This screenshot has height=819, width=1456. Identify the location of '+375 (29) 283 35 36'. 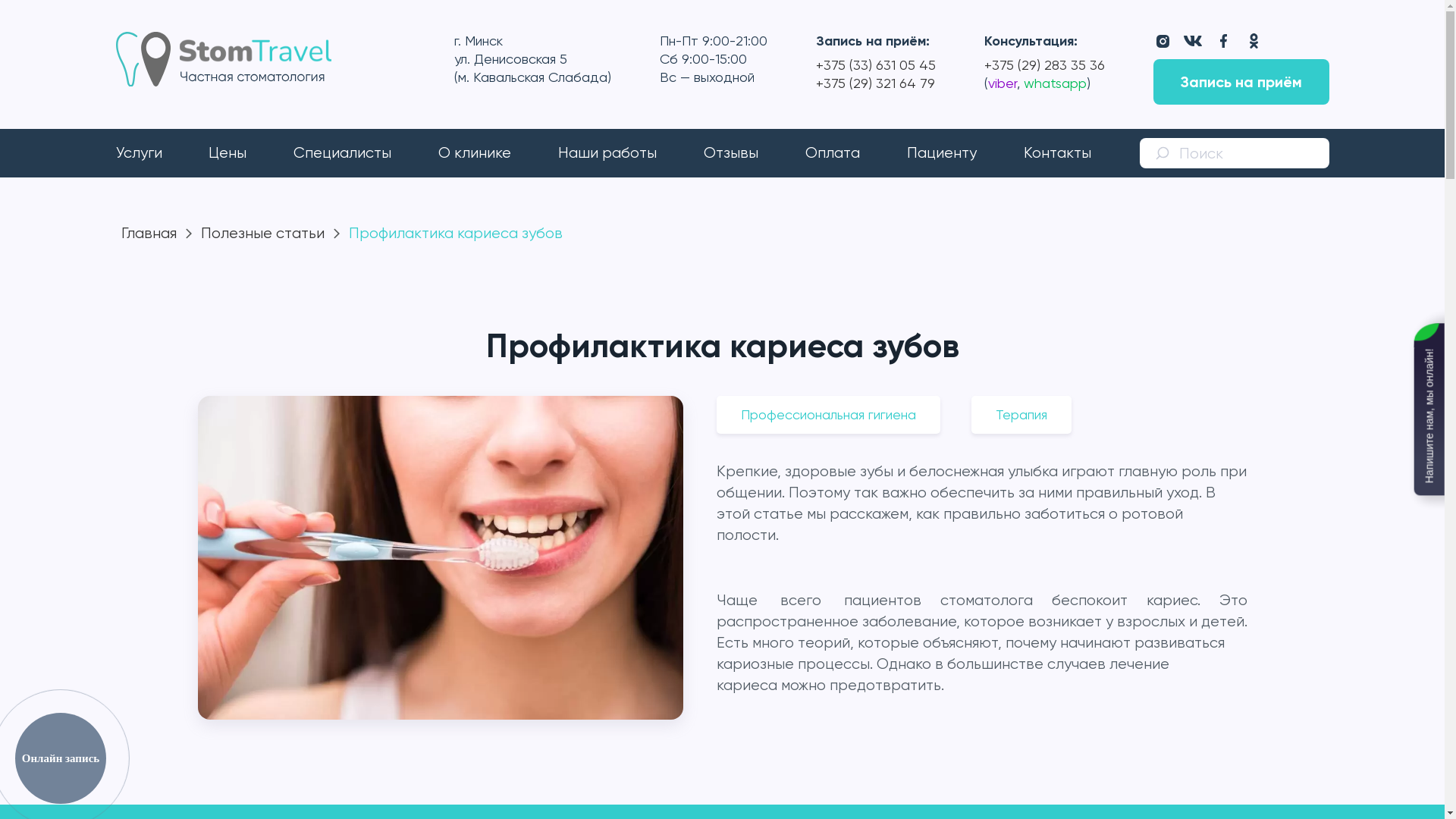
(1043, 64).